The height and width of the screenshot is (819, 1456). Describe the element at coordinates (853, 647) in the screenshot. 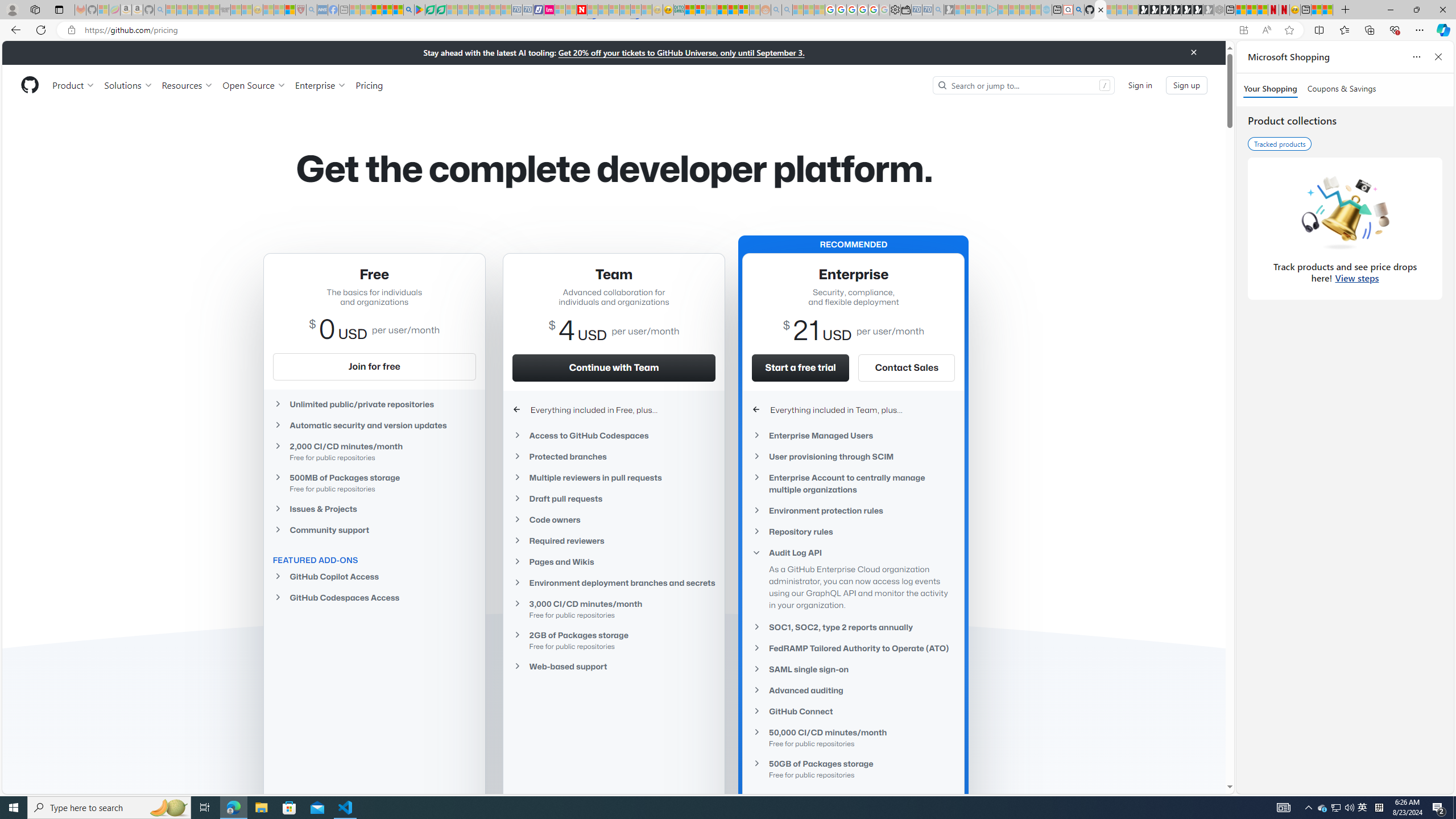

I see `'FedRAMP Tailored Authority to Operate (ATO)'` at that location.